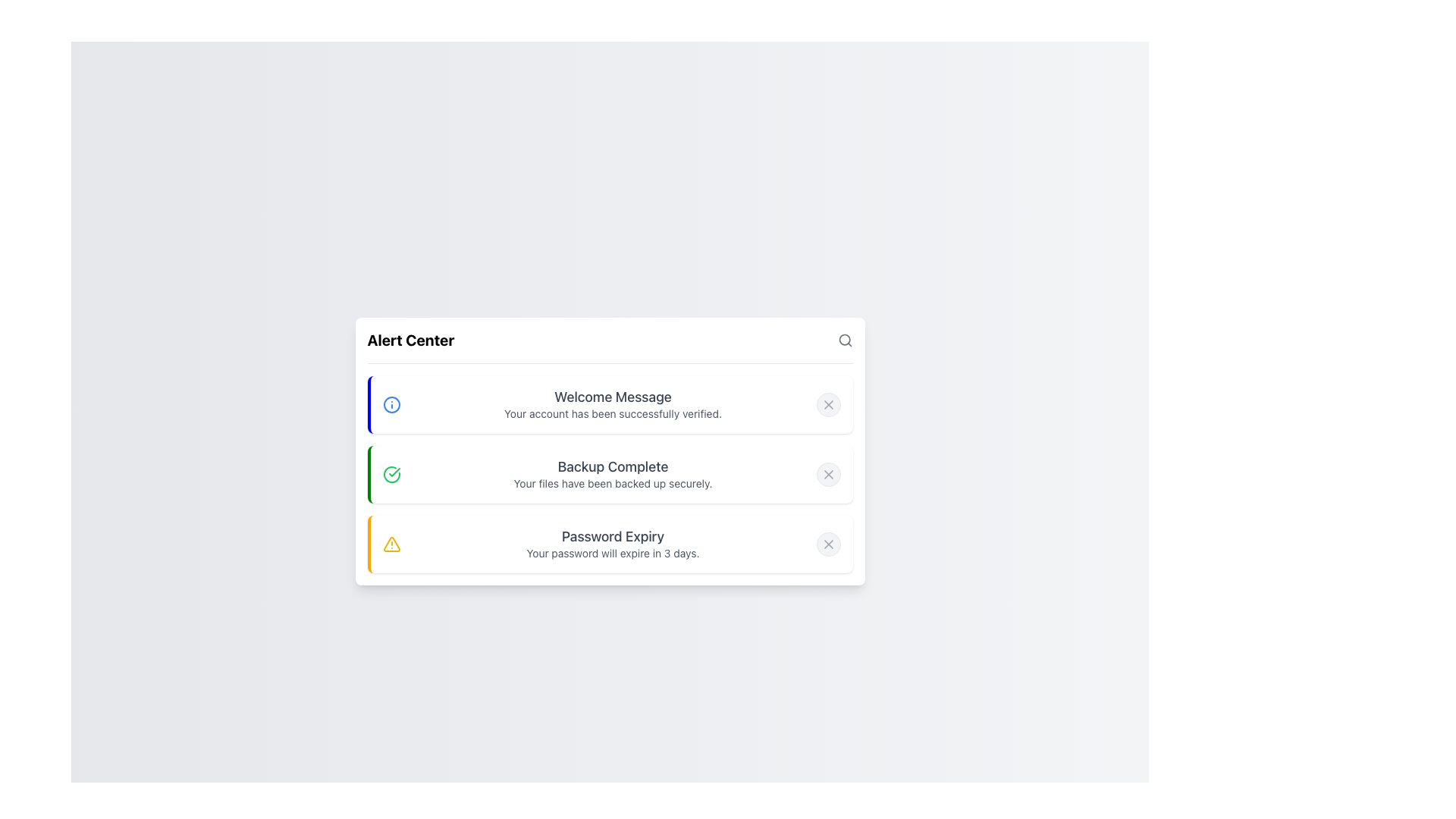  Describe the element at coordinates (613, 413) in the screenshot. I see `static text providing confirmation information about the successful verification of the user's account, positioned under the 'Welcome Message' heading in the card-style component` at that location.